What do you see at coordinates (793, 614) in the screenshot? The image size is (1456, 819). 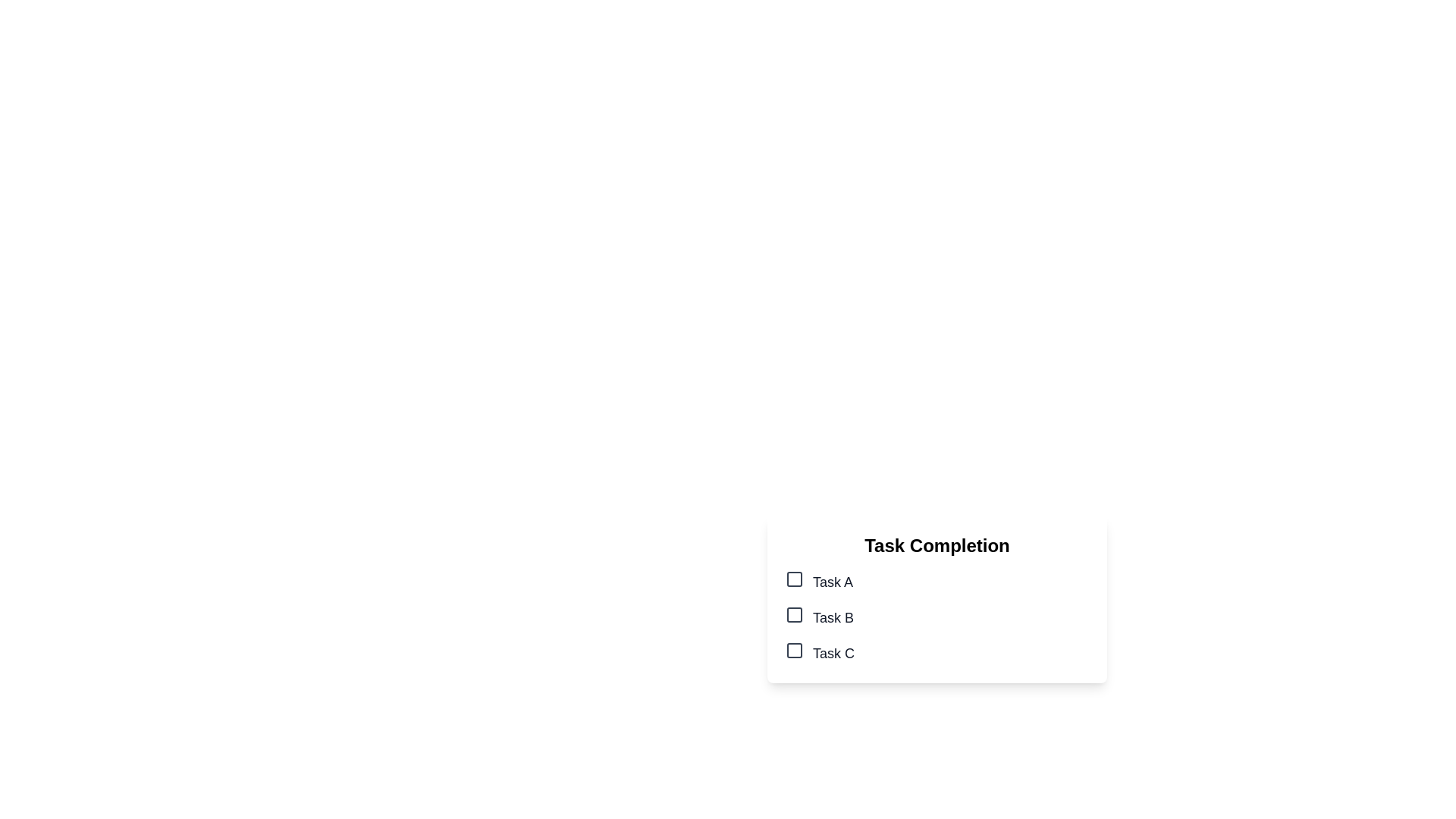 I see `the second checkbox labeled 'Task B' in the task completion list` at bounding box center [793, 614].